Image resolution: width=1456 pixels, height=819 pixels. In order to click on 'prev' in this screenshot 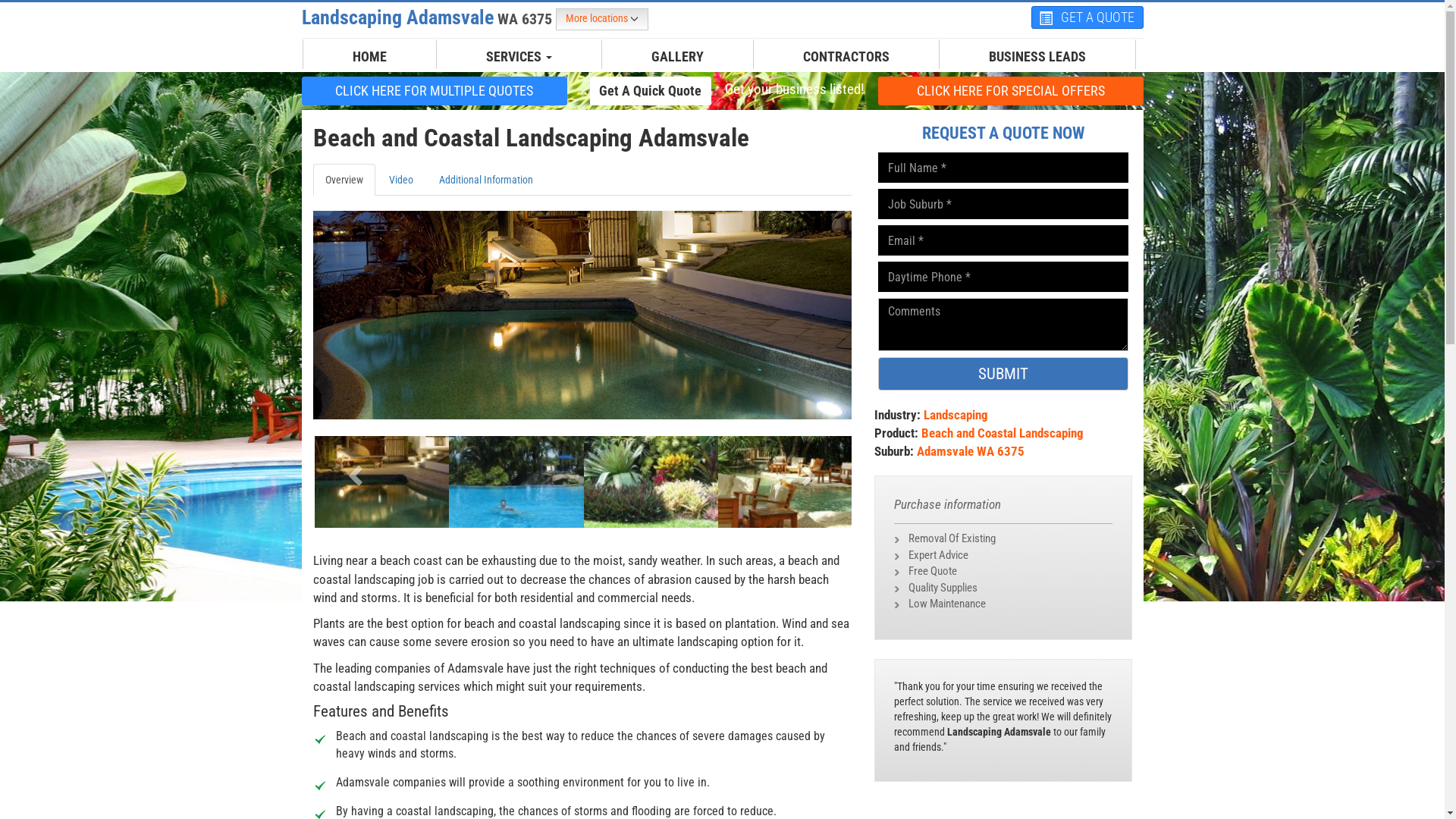, I will do `click(352, 469)`.